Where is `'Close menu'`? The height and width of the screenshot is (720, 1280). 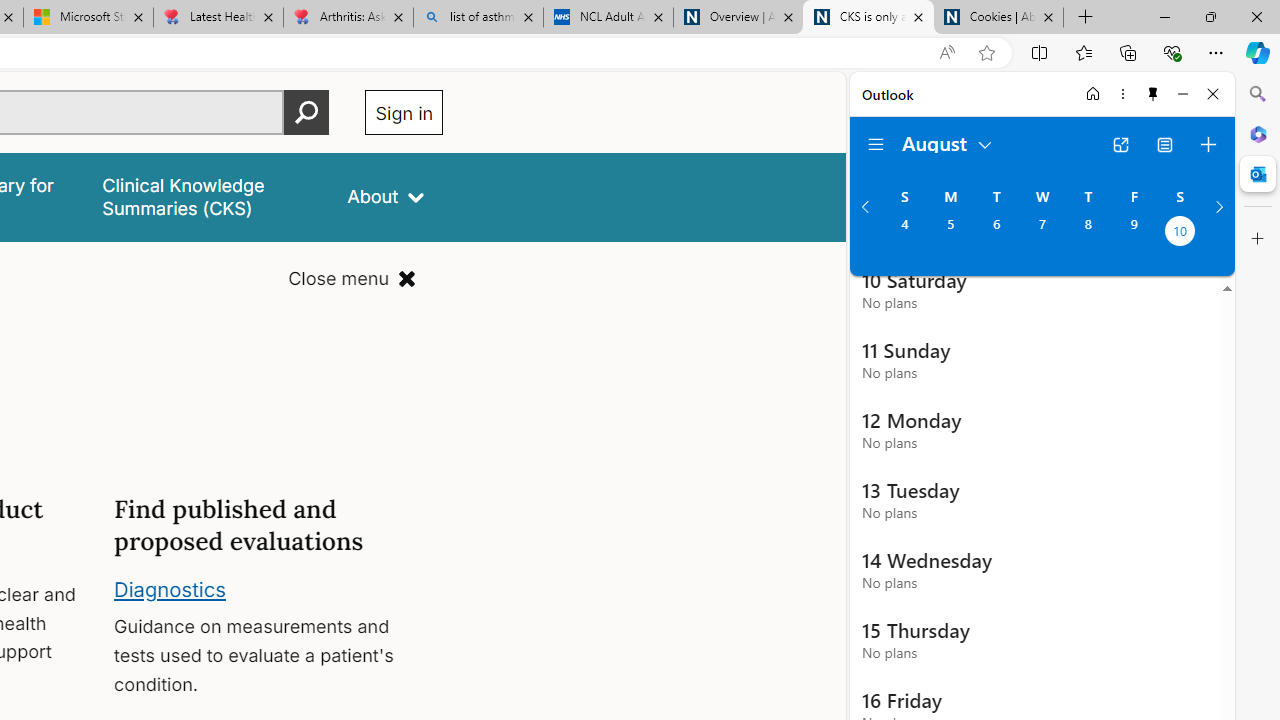 'Close menu' is located at coordinates (352, 279).